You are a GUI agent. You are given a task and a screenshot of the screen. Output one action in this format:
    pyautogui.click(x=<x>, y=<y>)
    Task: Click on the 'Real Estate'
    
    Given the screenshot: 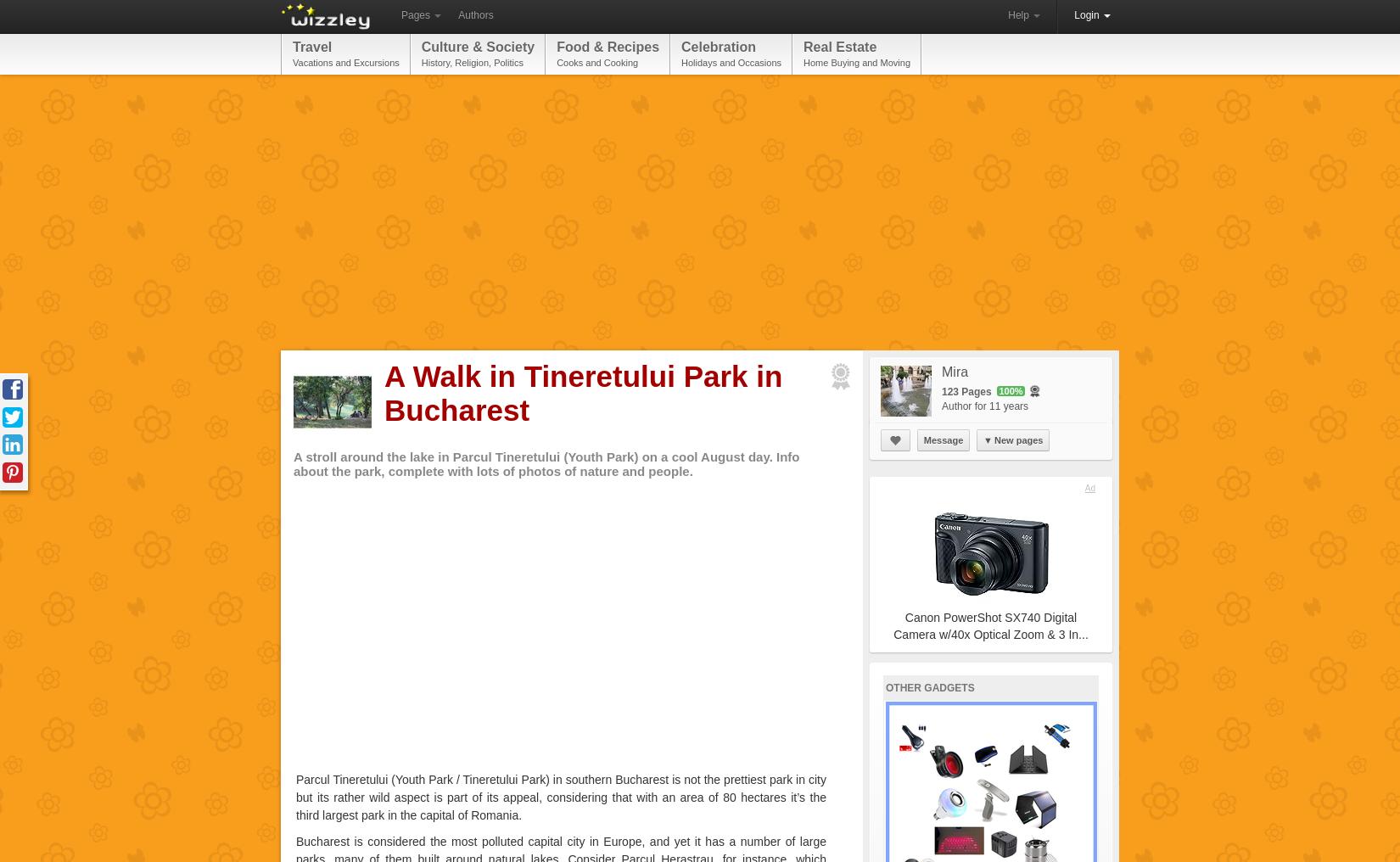 What is the action you would take?
    pyautogui.click(x=840, y=46)
    